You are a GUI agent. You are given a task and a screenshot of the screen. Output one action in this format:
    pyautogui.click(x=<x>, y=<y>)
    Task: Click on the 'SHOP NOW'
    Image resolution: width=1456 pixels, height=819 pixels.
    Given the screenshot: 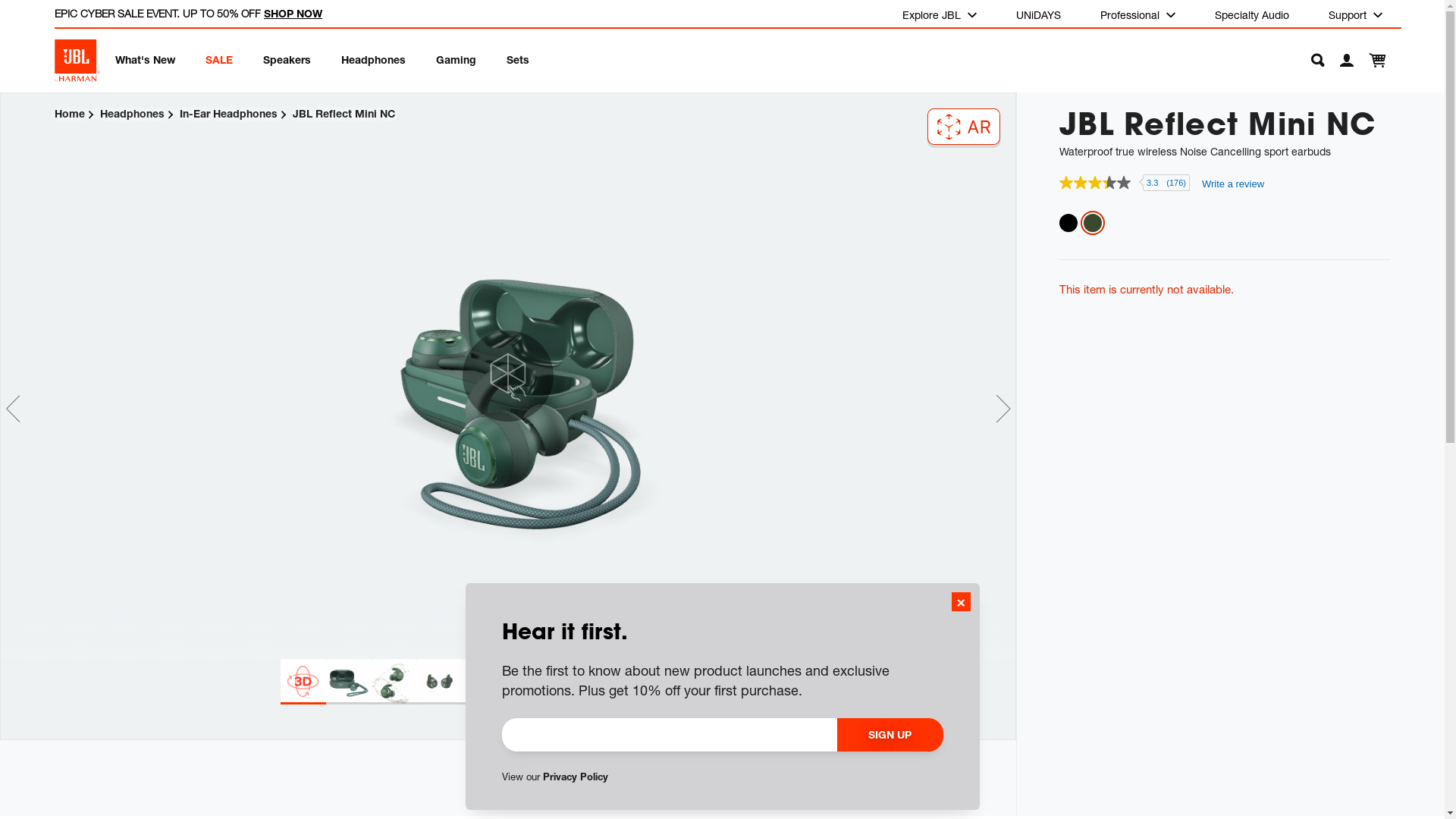 What is the action you would take?
    pyautogui.click(x=293, y=13)
    